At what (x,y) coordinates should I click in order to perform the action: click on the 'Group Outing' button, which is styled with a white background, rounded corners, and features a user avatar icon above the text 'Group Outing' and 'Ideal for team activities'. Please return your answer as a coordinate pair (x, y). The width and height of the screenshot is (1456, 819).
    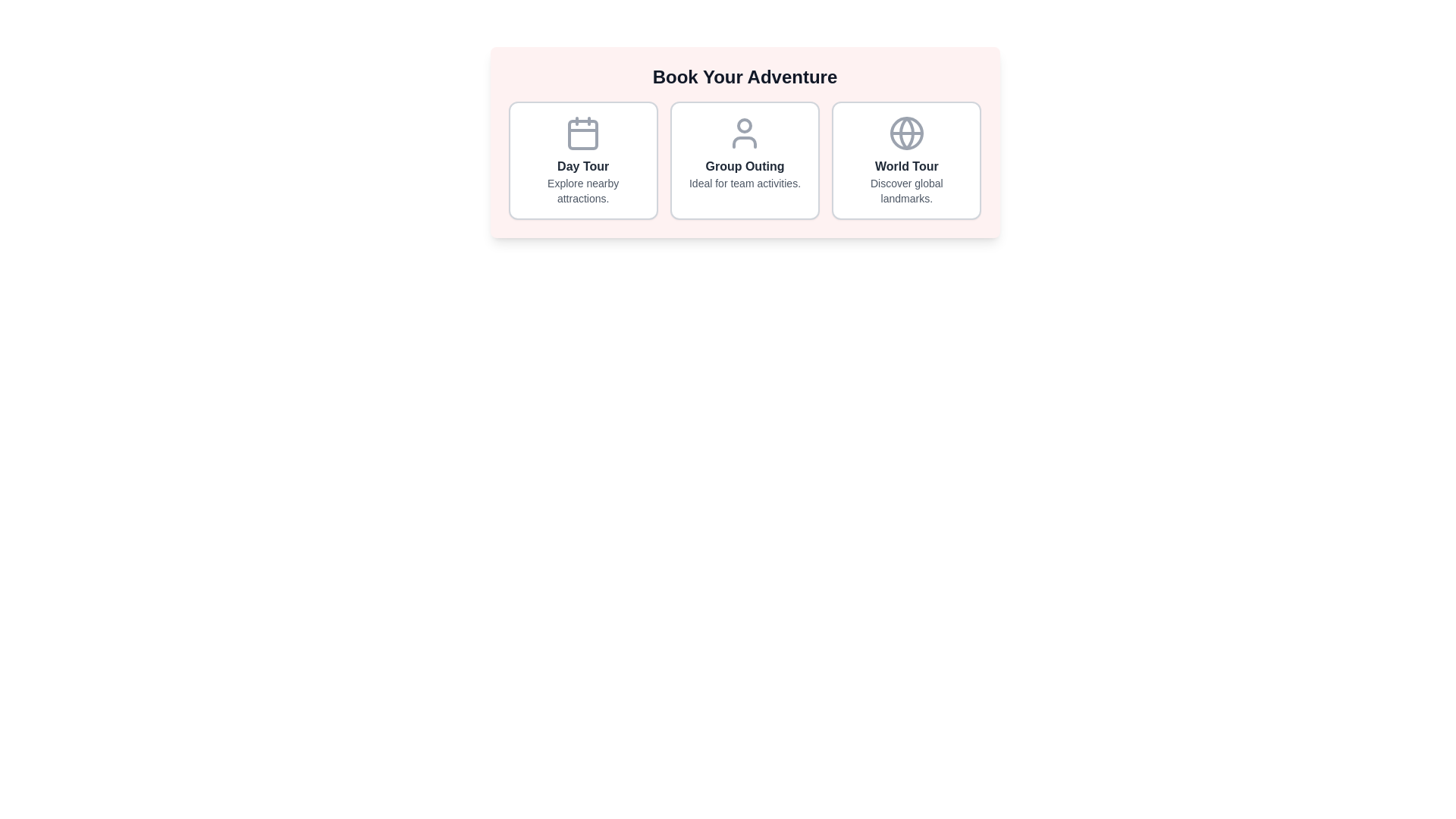
    Looking at the image, I should click on (745, 161).